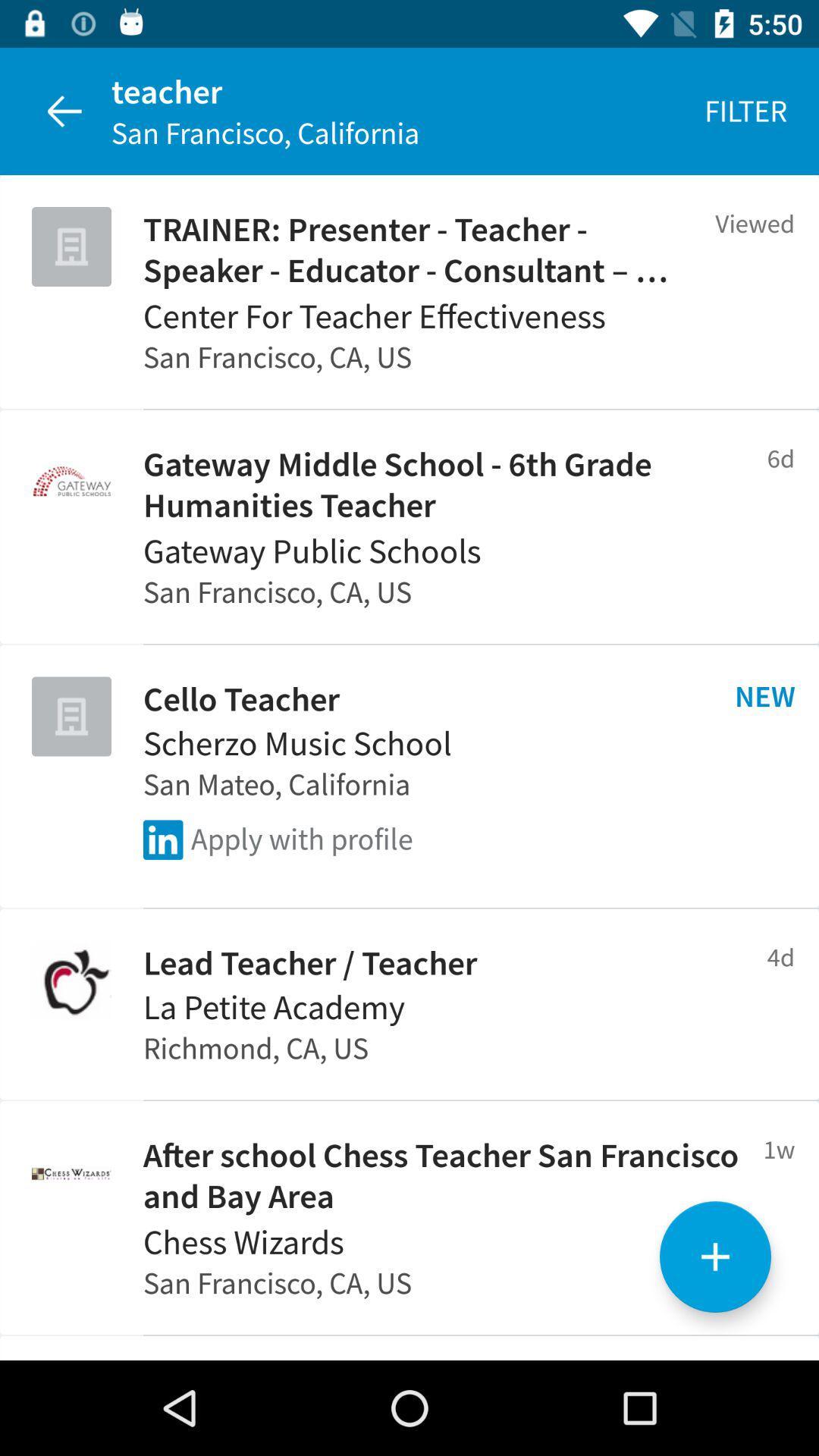 The height and width of the screenshot is (1456, 819). What do you see at coordinates (63, 111) in the screenshot?
I see `the arrow_backward icon` at bounding box center [63, 111].